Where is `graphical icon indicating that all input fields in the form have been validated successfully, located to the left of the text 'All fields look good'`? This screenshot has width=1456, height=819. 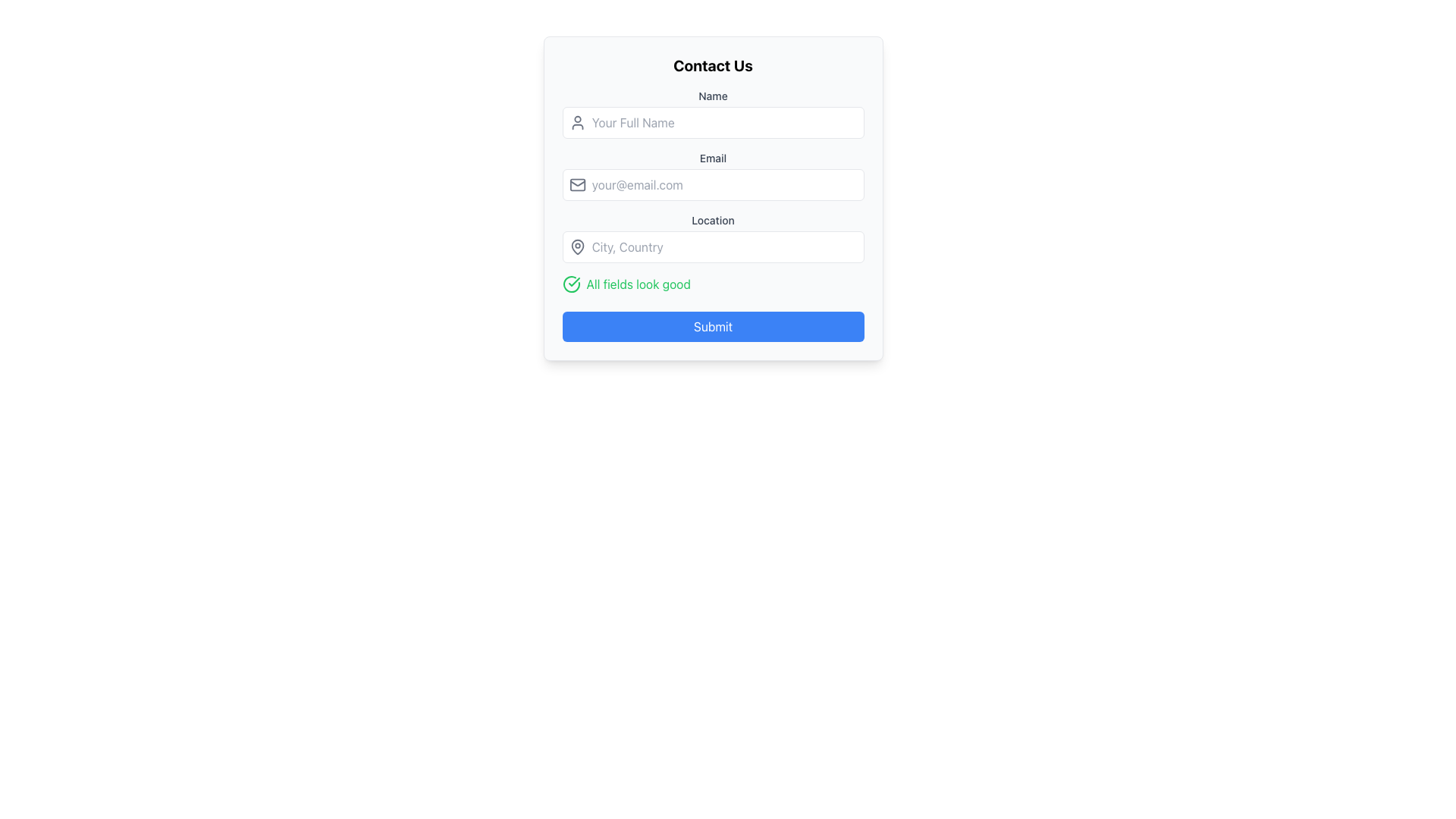
graphical icon indicating that all input fields in the form have been validated successfully, located to the left of the text 'All fields look good' is located at coordinates (573, 281).